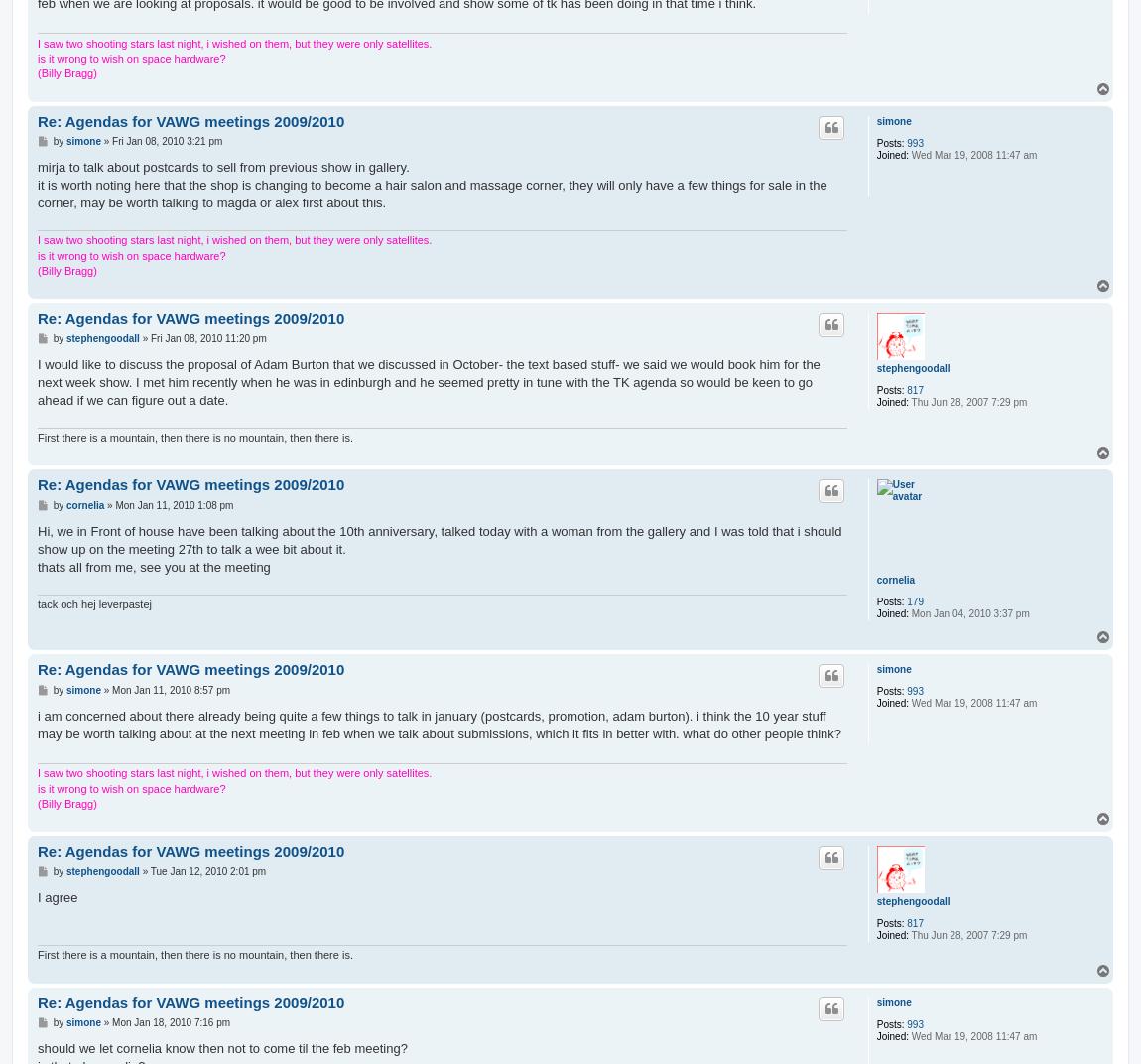  What do you see at coordinates (439, 538) in the screenshot?
I see `'Hi, we in Front of house have been talking about the 10th anniversary, talked today with a woman from the gallery and I was told that i should  show up on the meeting 27th to talk a wee bit about it.'` at bounding box center [439, 538].